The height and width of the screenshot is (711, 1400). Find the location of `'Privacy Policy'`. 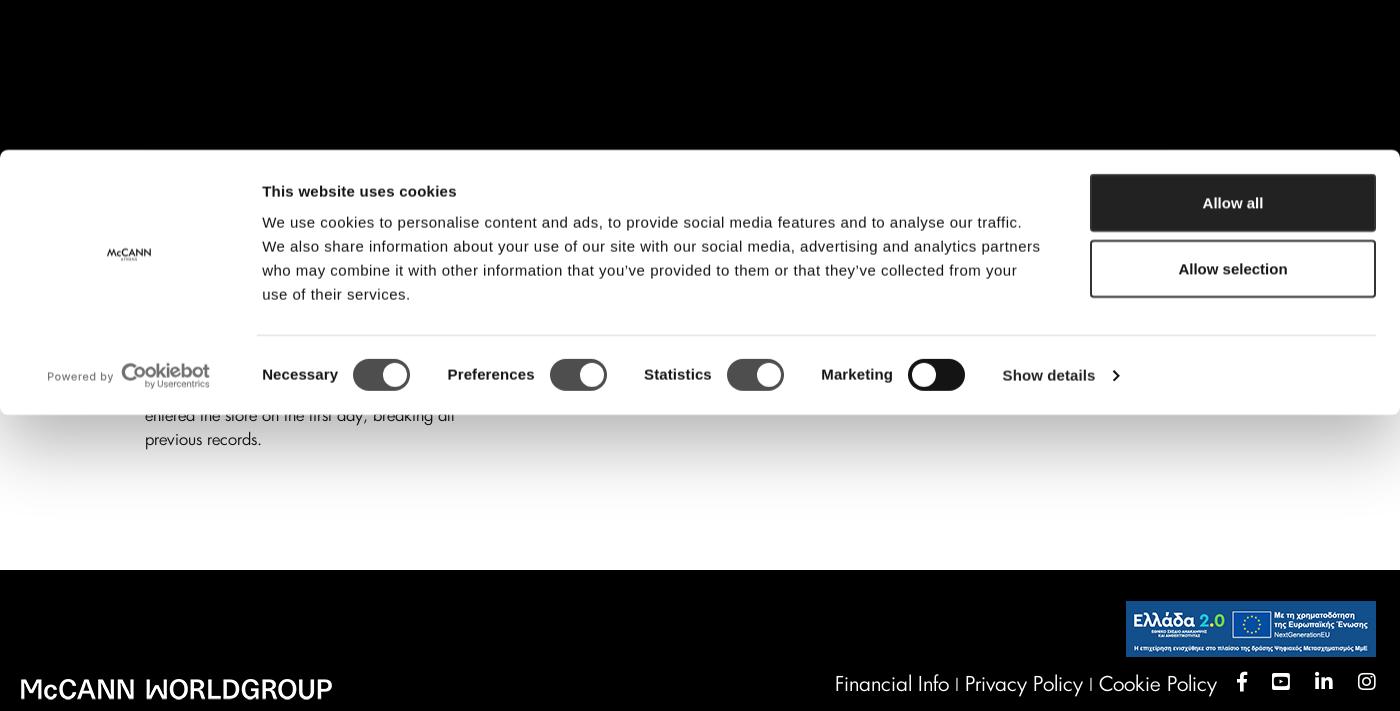

'Privacy Policy' is located at coordinates (1023, 684).